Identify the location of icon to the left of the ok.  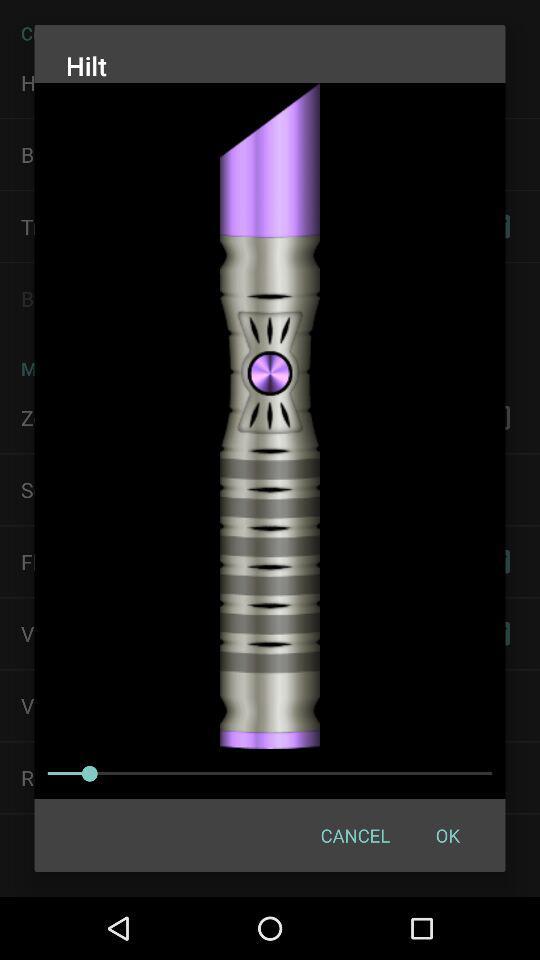
(354, 835).